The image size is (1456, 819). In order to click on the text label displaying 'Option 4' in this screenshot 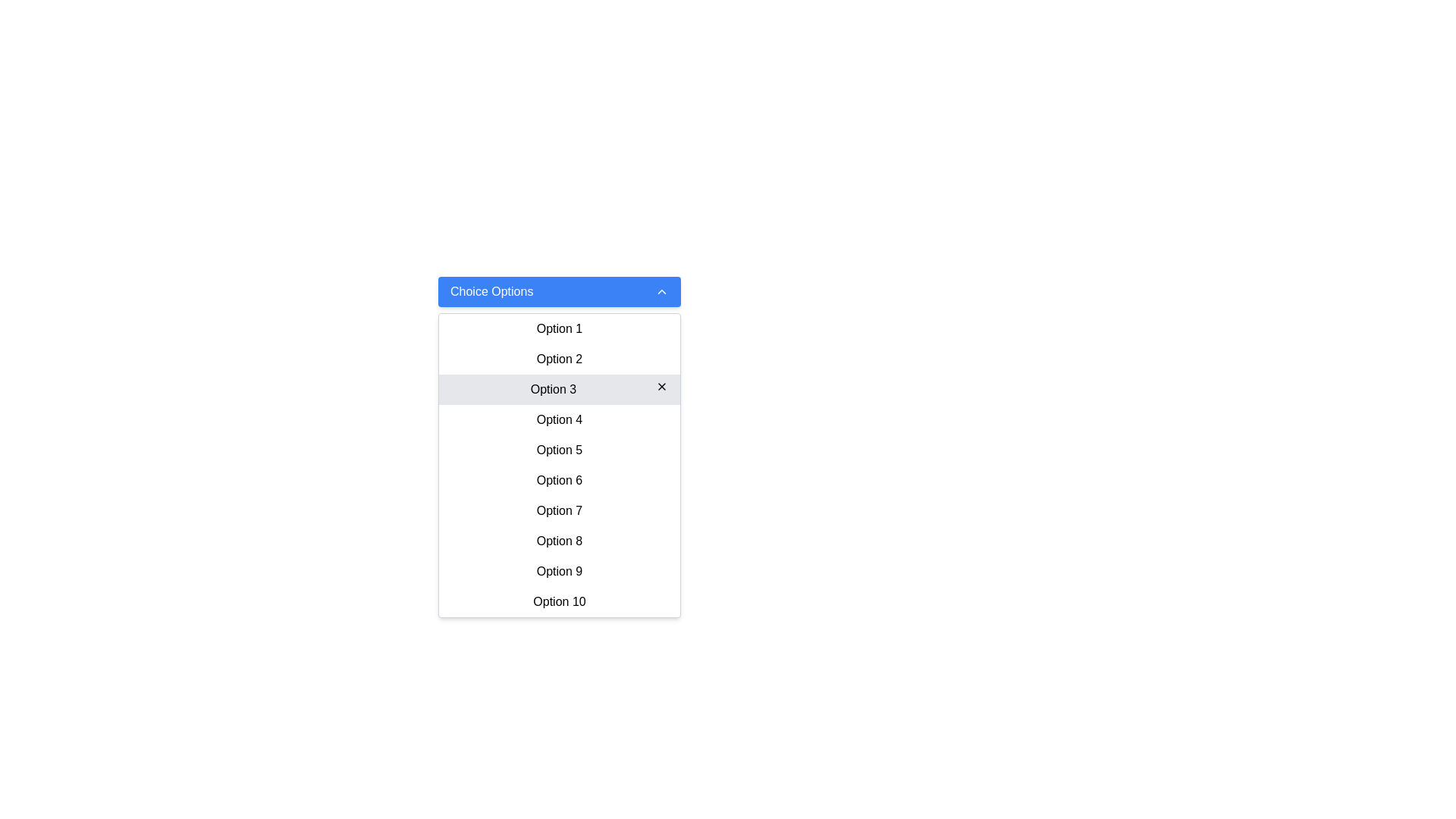, I will do `click(559, 419)`.